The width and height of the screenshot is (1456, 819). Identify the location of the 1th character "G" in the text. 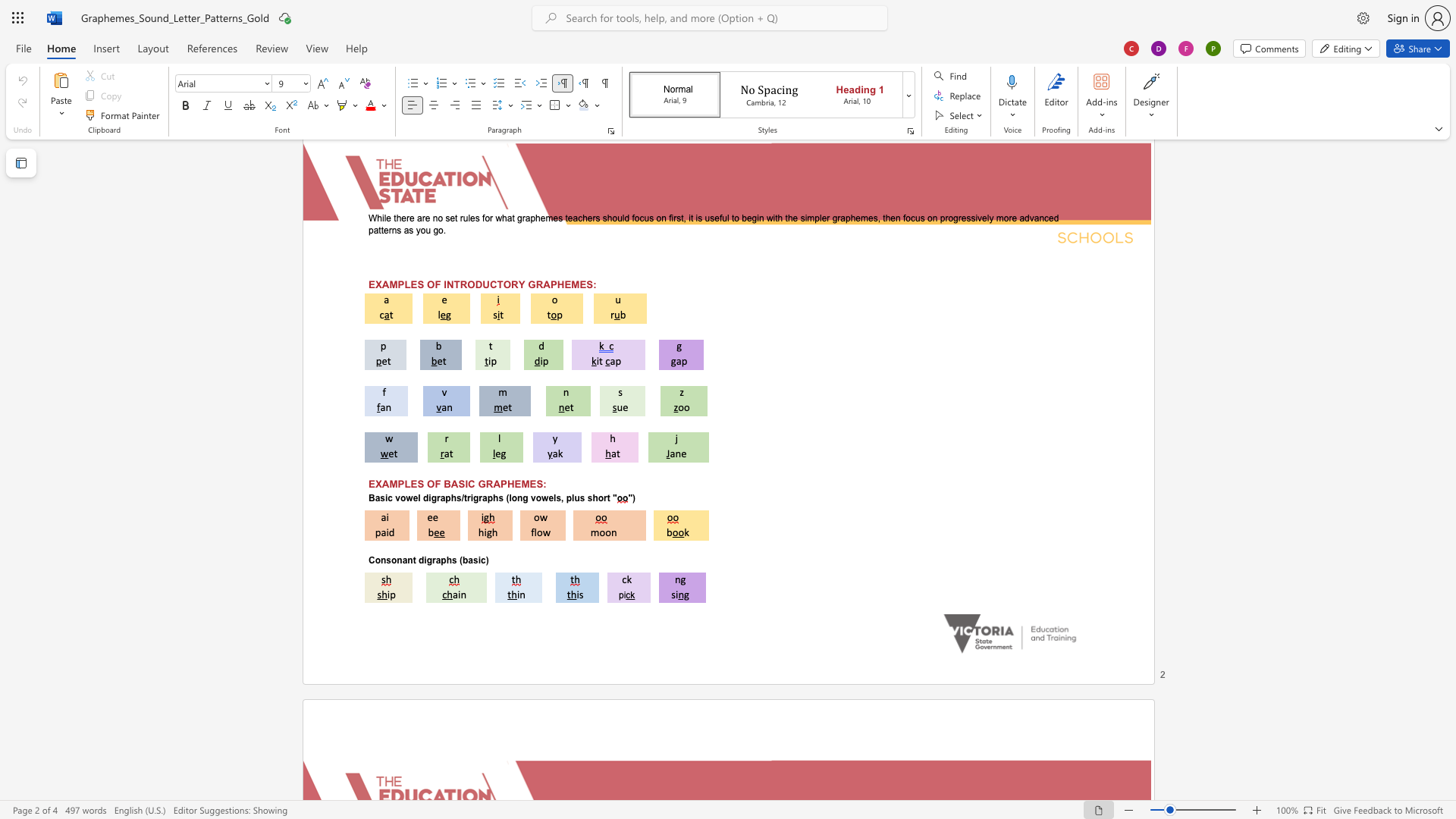
(481, 484).